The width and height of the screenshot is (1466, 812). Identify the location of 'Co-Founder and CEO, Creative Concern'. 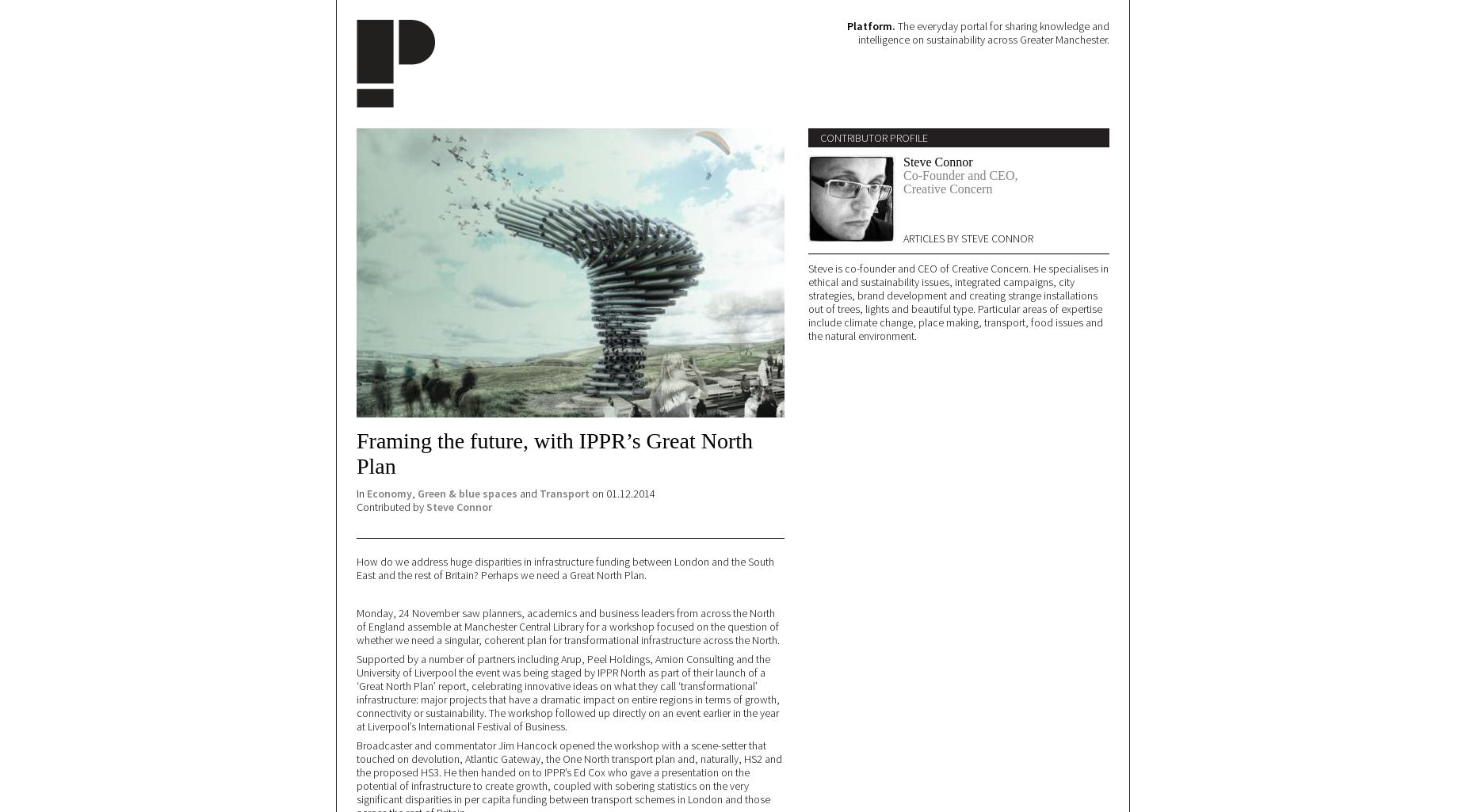
(902, 182).